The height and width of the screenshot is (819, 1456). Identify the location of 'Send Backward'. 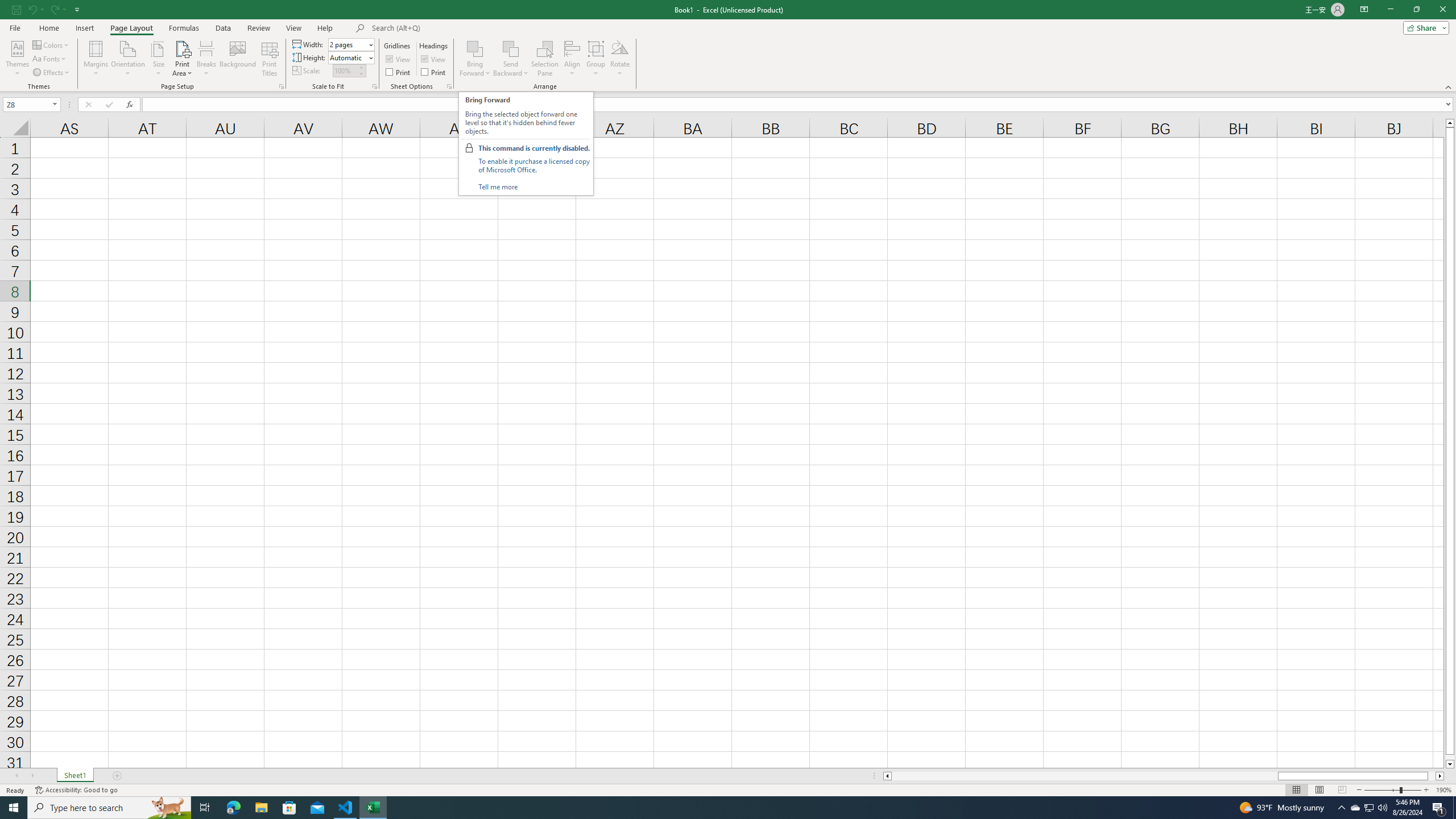
(510, 59).